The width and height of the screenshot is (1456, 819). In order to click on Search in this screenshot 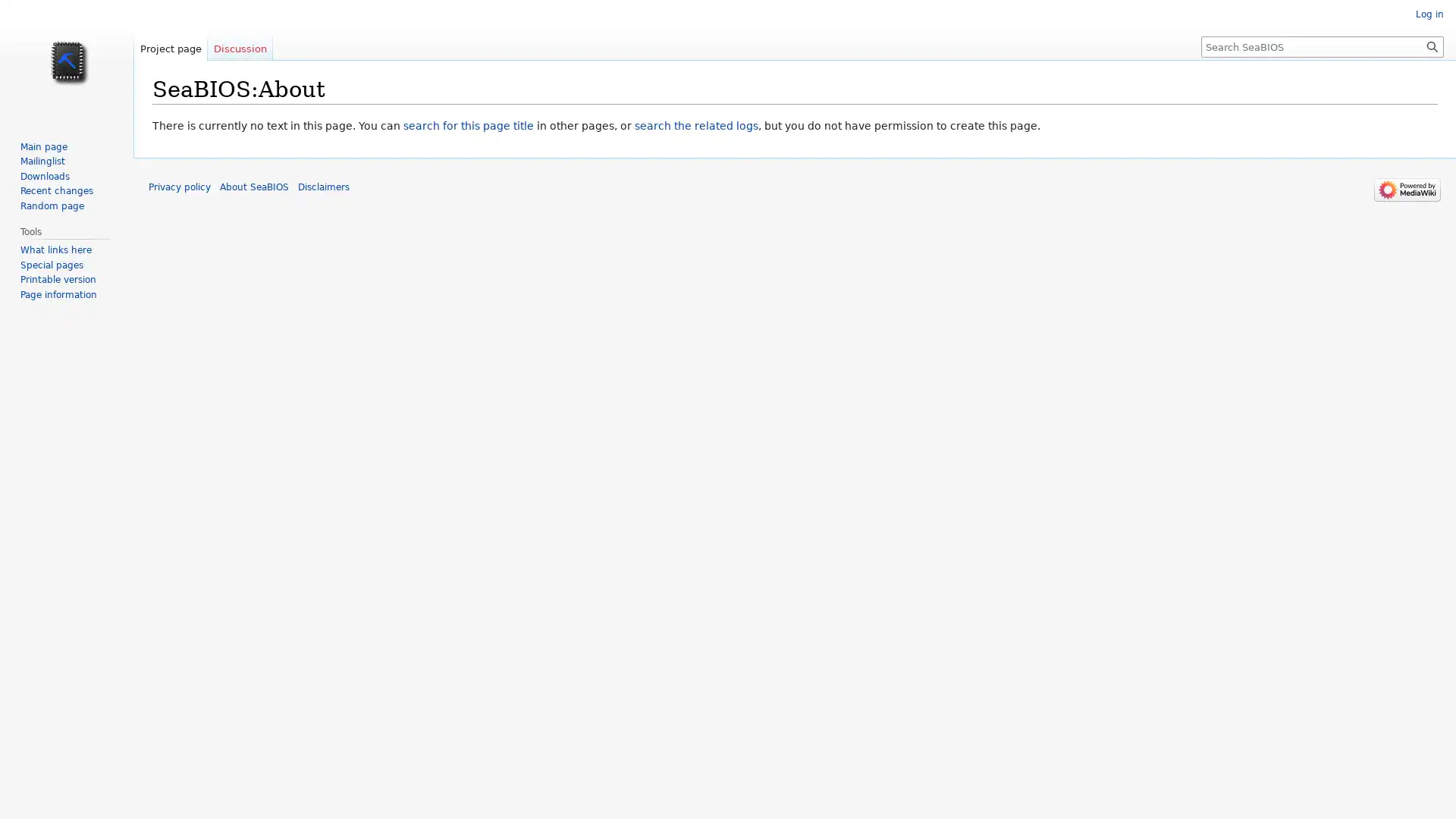, I will do `click(1432, 45)`.